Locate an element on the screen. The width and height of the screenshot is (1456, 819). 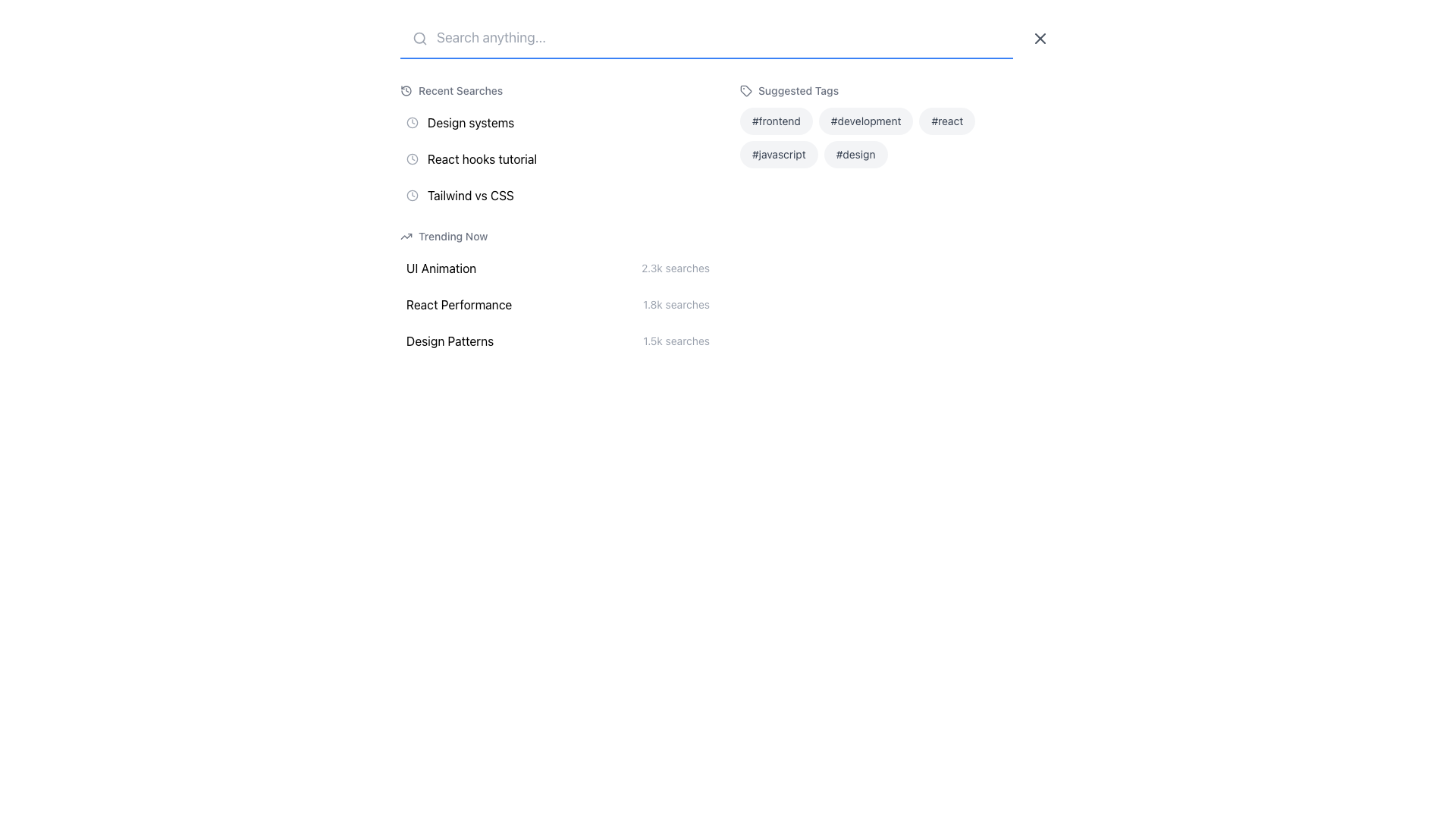
the circular graphic element with a stroke outline located within the clock icon in the 'Recent Searches' section, which is to the left of the text 'Design systems.' is located at coordinates (412, 158).